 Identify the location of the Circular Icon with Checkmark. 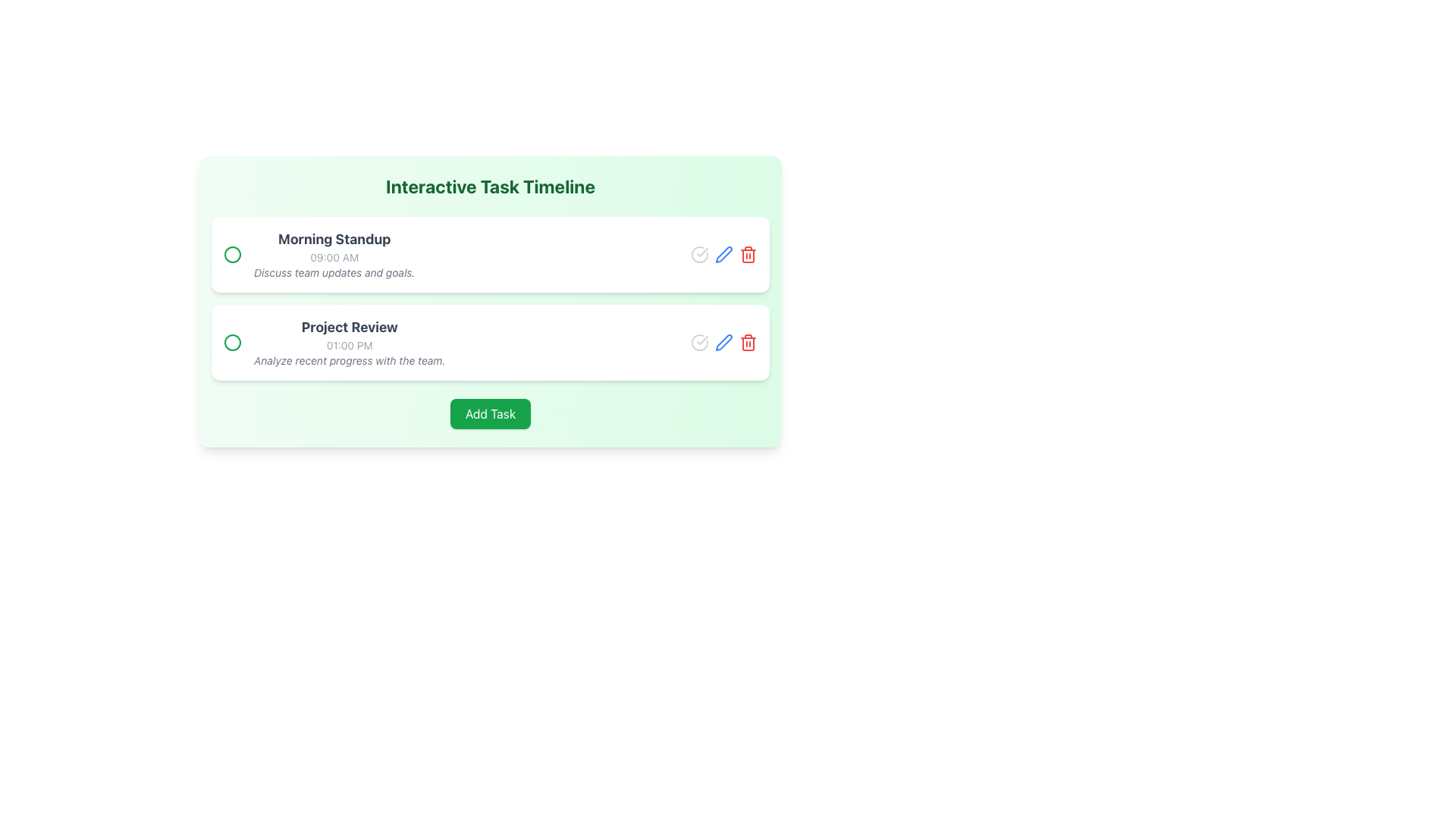
(698, 342).